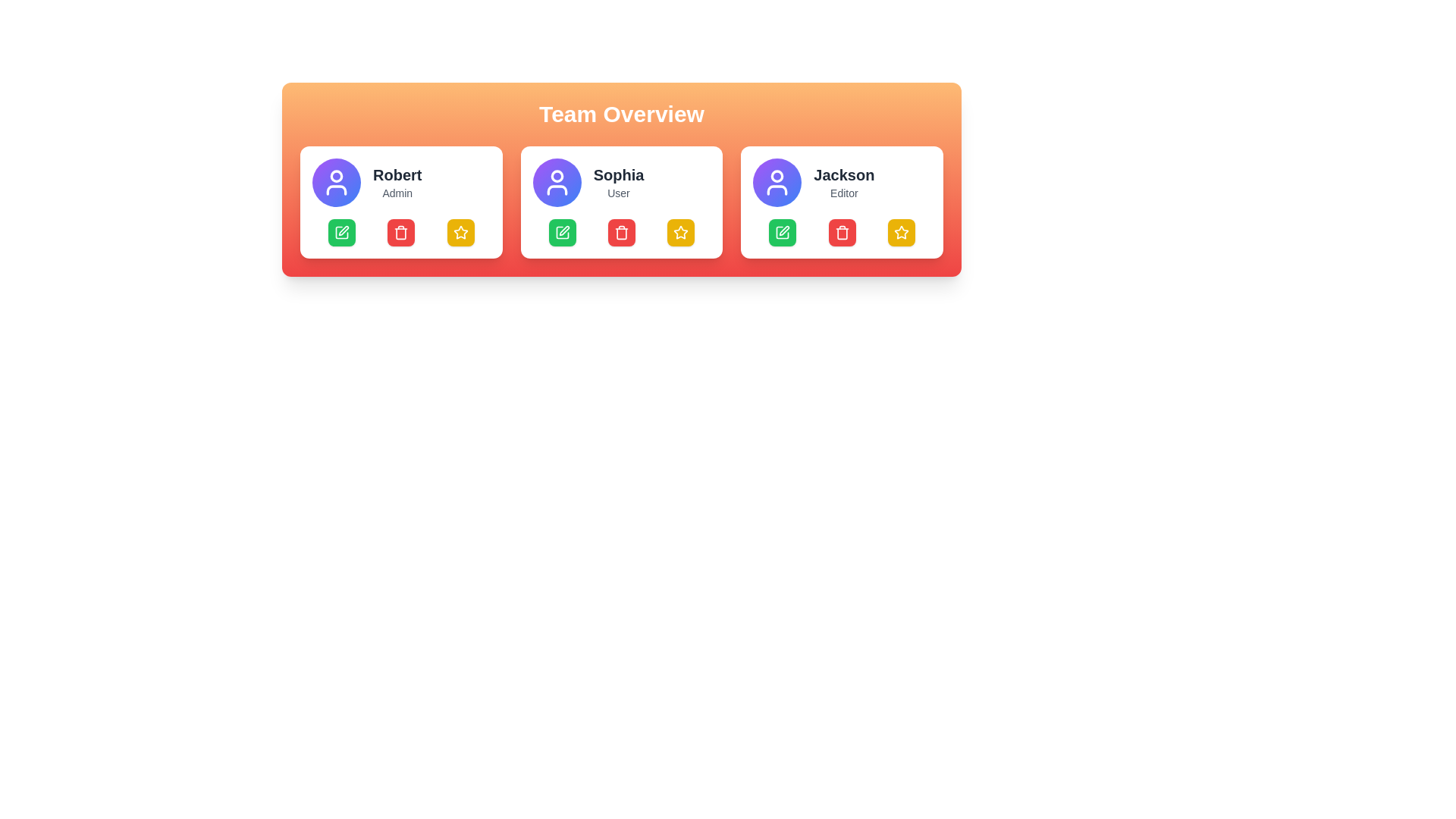  What do you see at coordinates (843, 174) in the screenshot?
I see `the user's name display in the third user card, which is located above the 'Editor' label and is horizontally centered within its card` at bounding box center [843, 174].